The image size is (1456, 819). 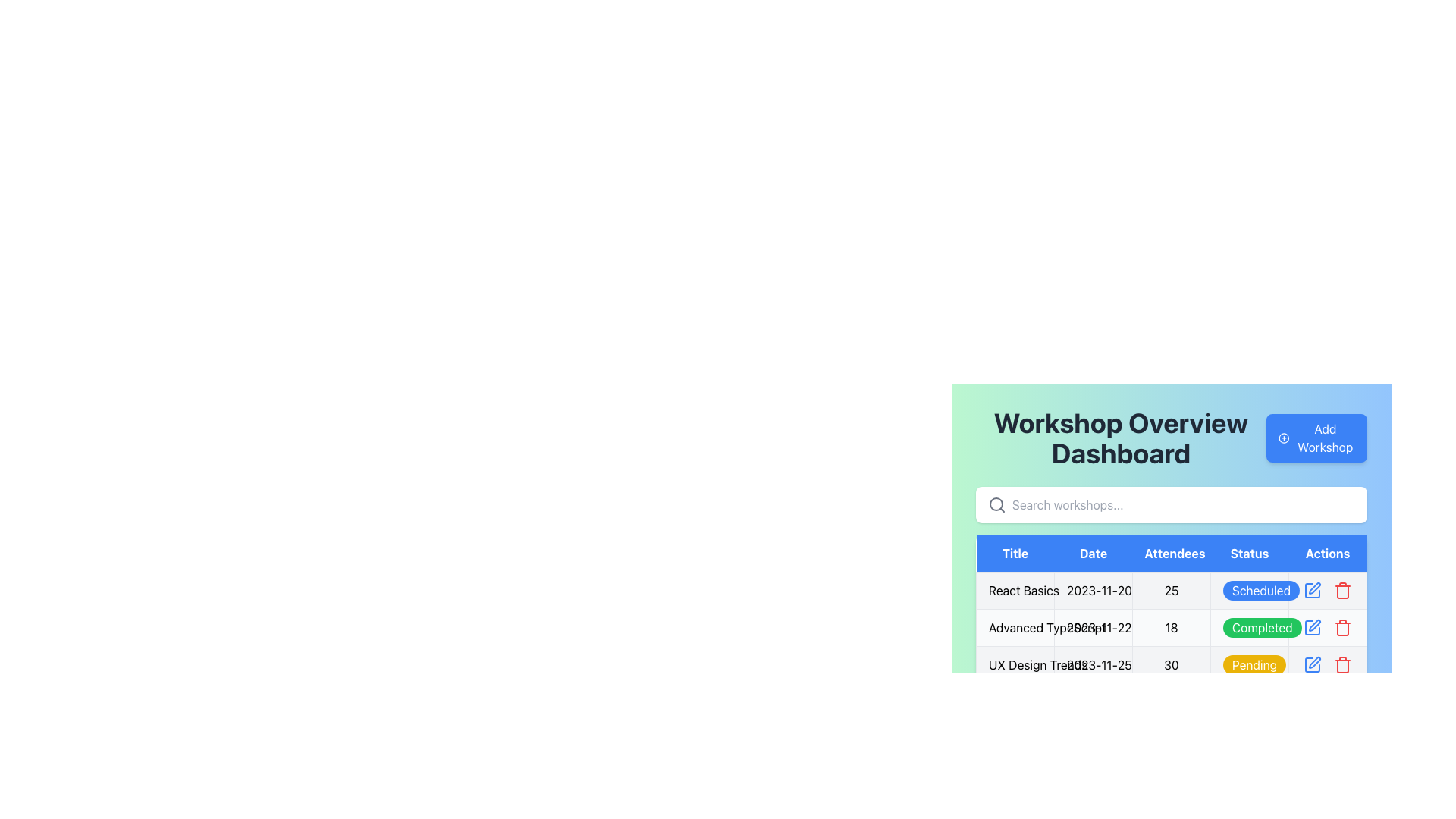 I want to click on the central circular shape of the magnifying glass icon located to the left of the 'Search workshops...' placeholder text in the search bar below the 'Workshop Overview Dashboard' header, so click(x=996, y=504).